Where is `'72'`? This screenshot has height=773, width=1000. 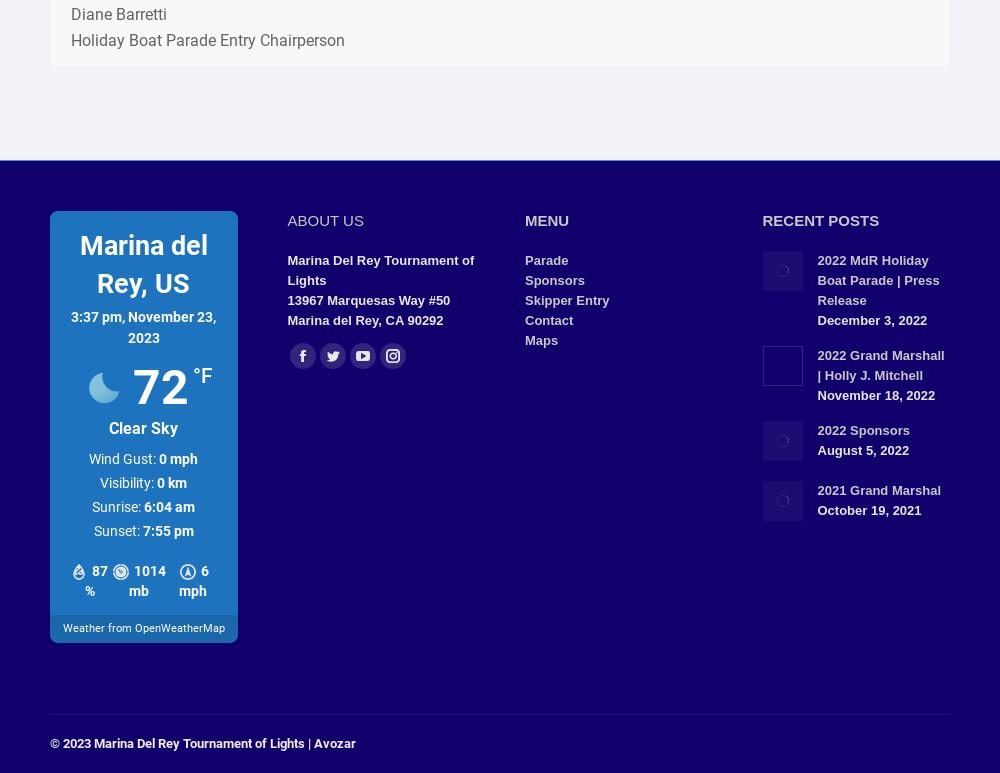 '72' is located at coordinates (160, 386).